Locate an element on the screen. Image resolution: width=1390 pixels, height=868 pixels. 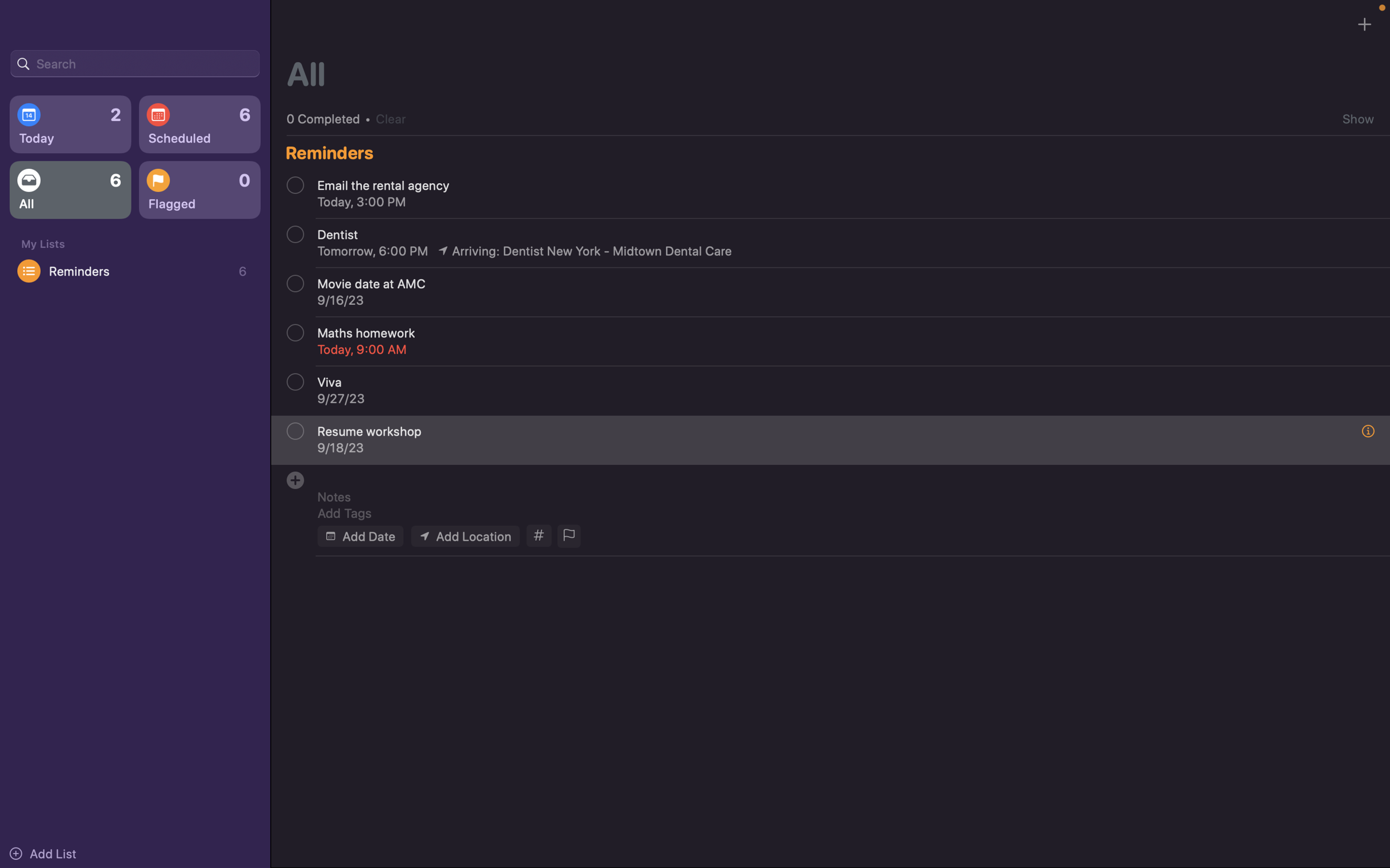
Append the note "discuss the solutions for homework 3" to the event is located at coordinates (837, 496).